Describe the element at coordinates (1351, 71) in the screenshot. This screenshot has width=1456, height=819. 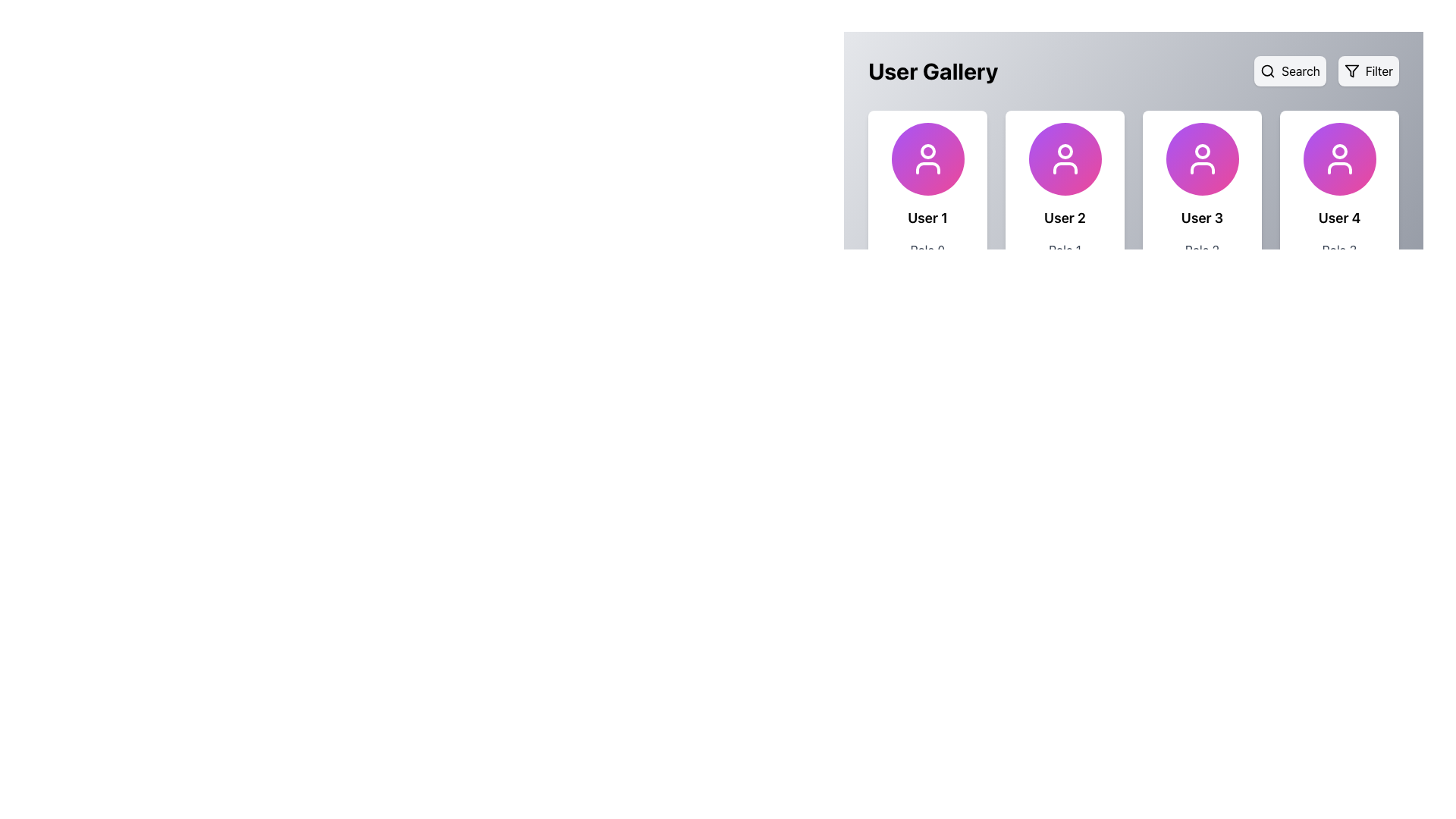
I see `the filter icon located in the upper-right corner of the interface, adjacent to the 'Search' button` at that location.